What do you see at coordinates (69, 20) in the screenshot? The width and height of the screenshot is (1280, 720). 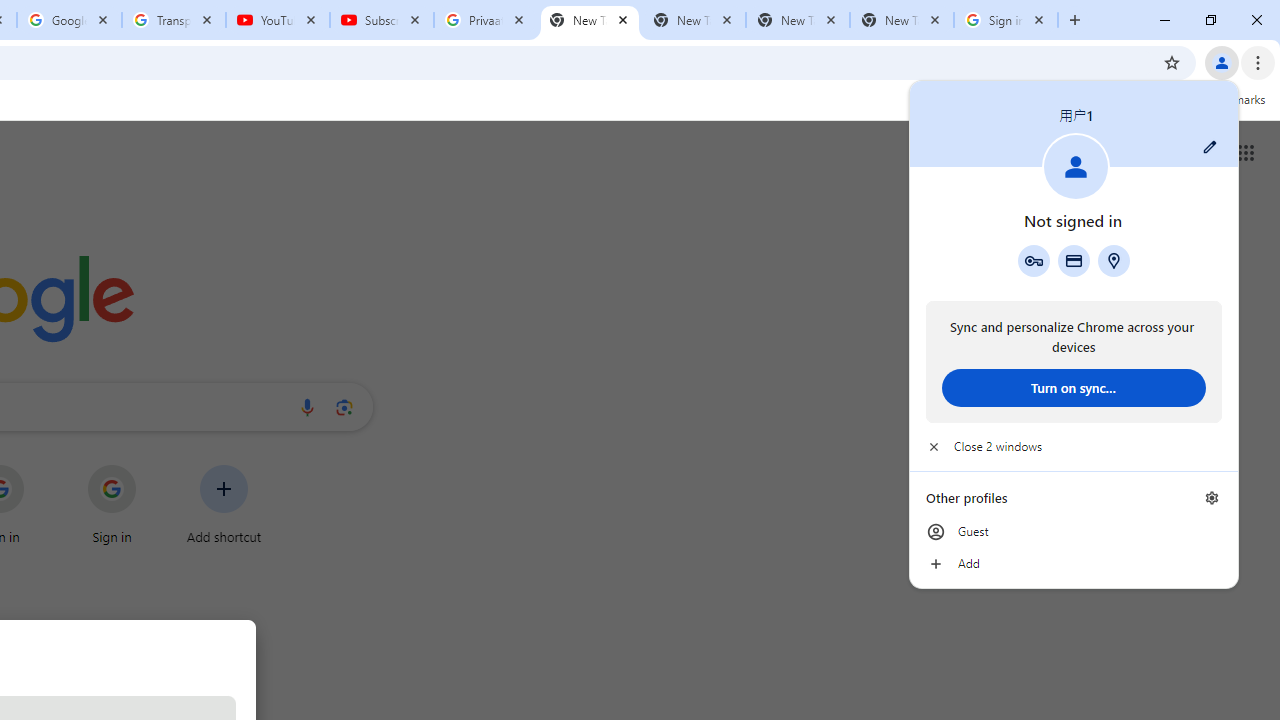 I see `'Google Account'` at bounding box center [69, 20].